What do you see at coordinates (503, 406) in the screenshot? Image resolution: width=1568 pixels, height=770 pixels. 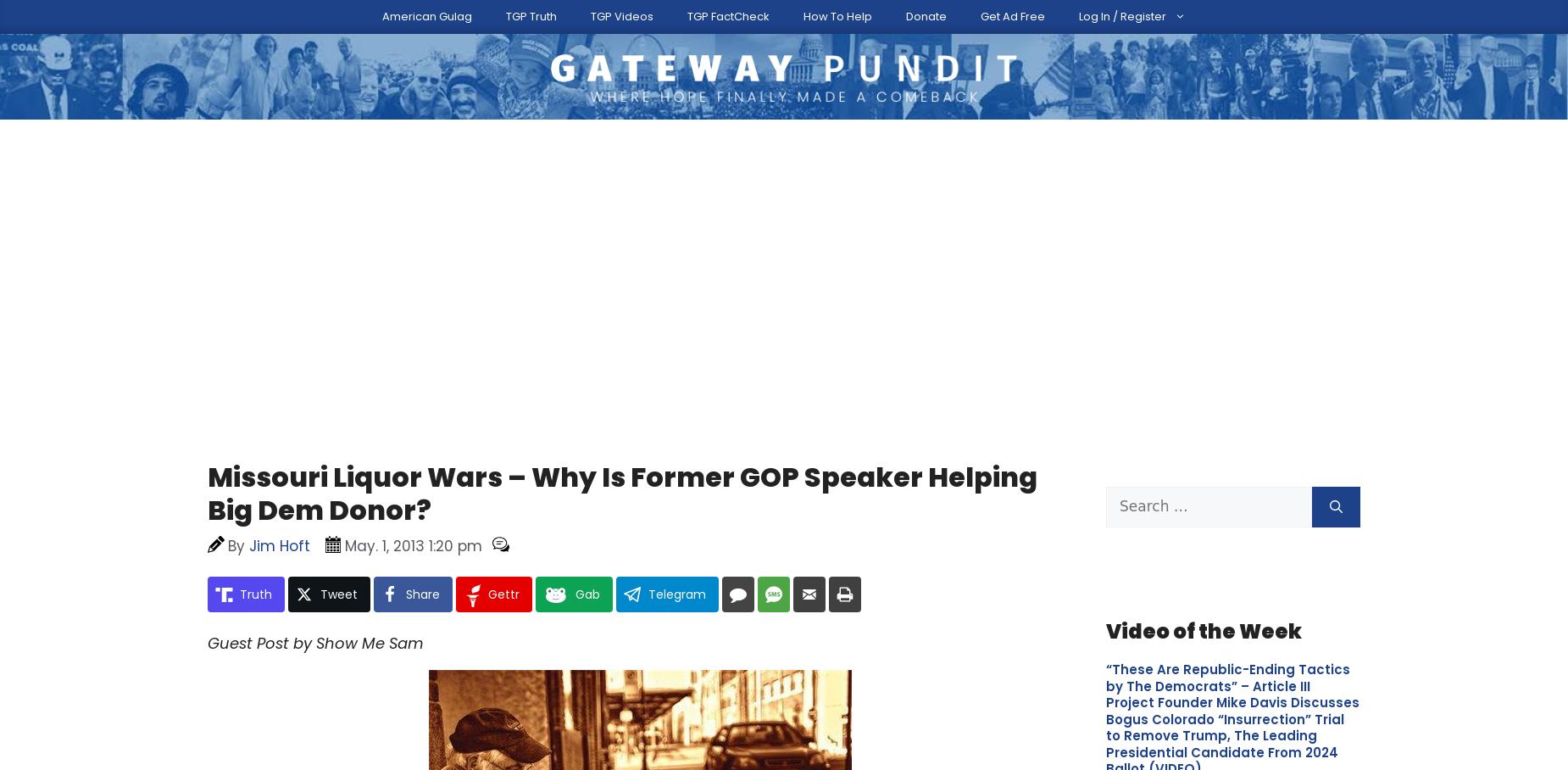 I see `'Did Your Mom Ever Make the Paper? Search Newspapers.com'` at bounding box center [503, 406].